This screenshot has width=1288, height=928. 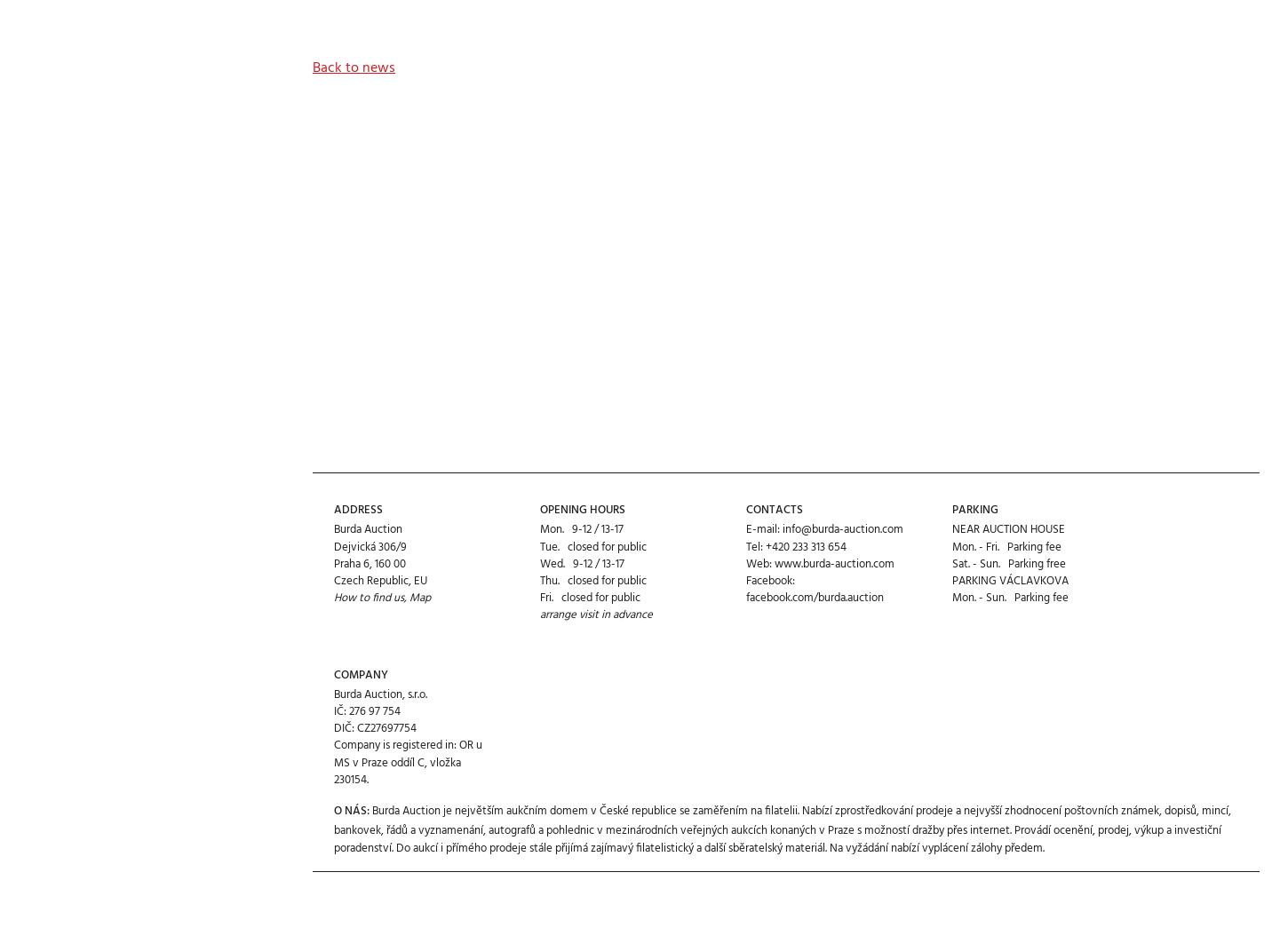 I want to click on 'Tue.   closed for public', so click(x=538, y=482).